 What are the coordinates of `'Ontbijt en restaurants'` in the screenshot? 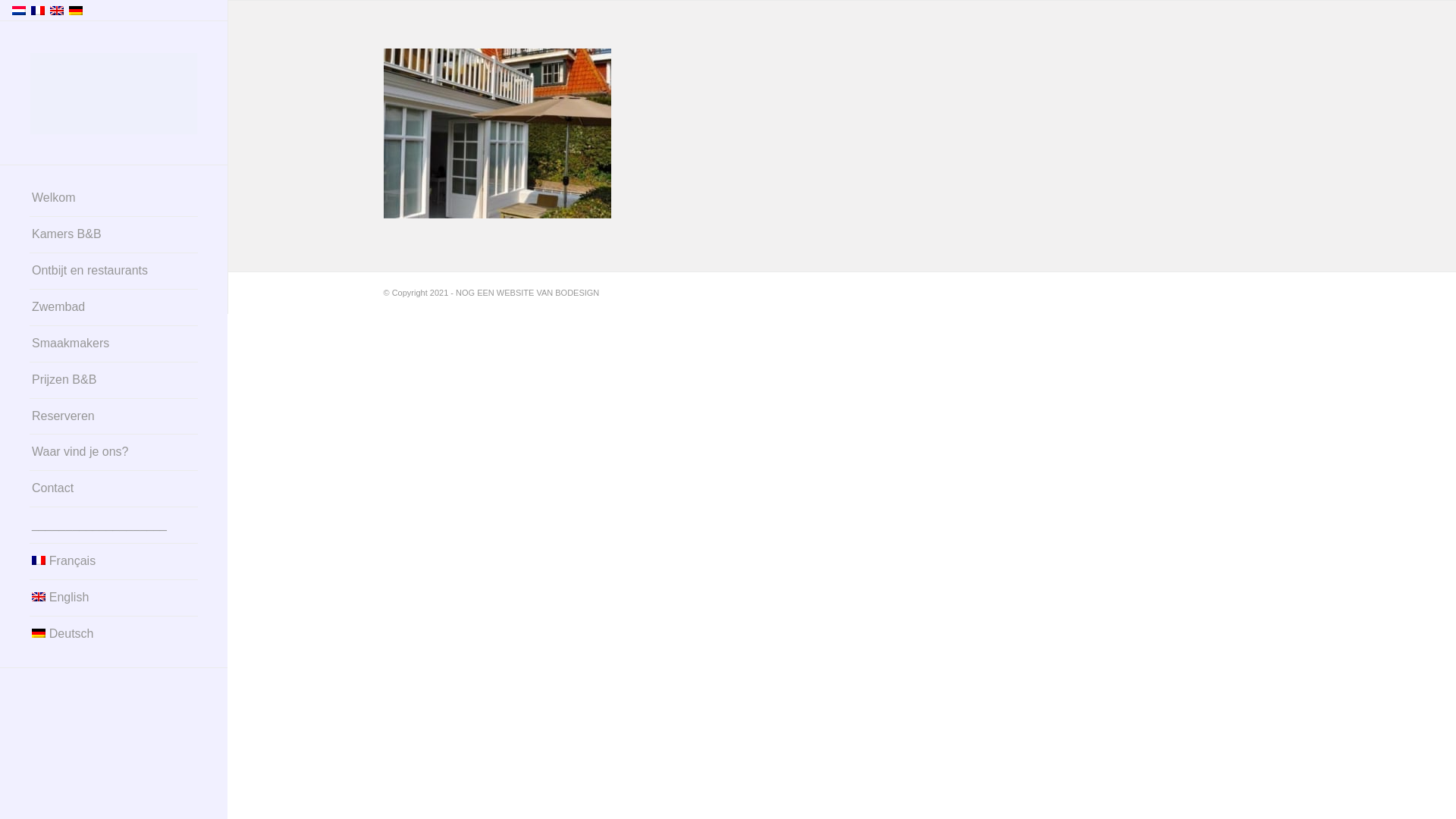 It's located at (112, 271).